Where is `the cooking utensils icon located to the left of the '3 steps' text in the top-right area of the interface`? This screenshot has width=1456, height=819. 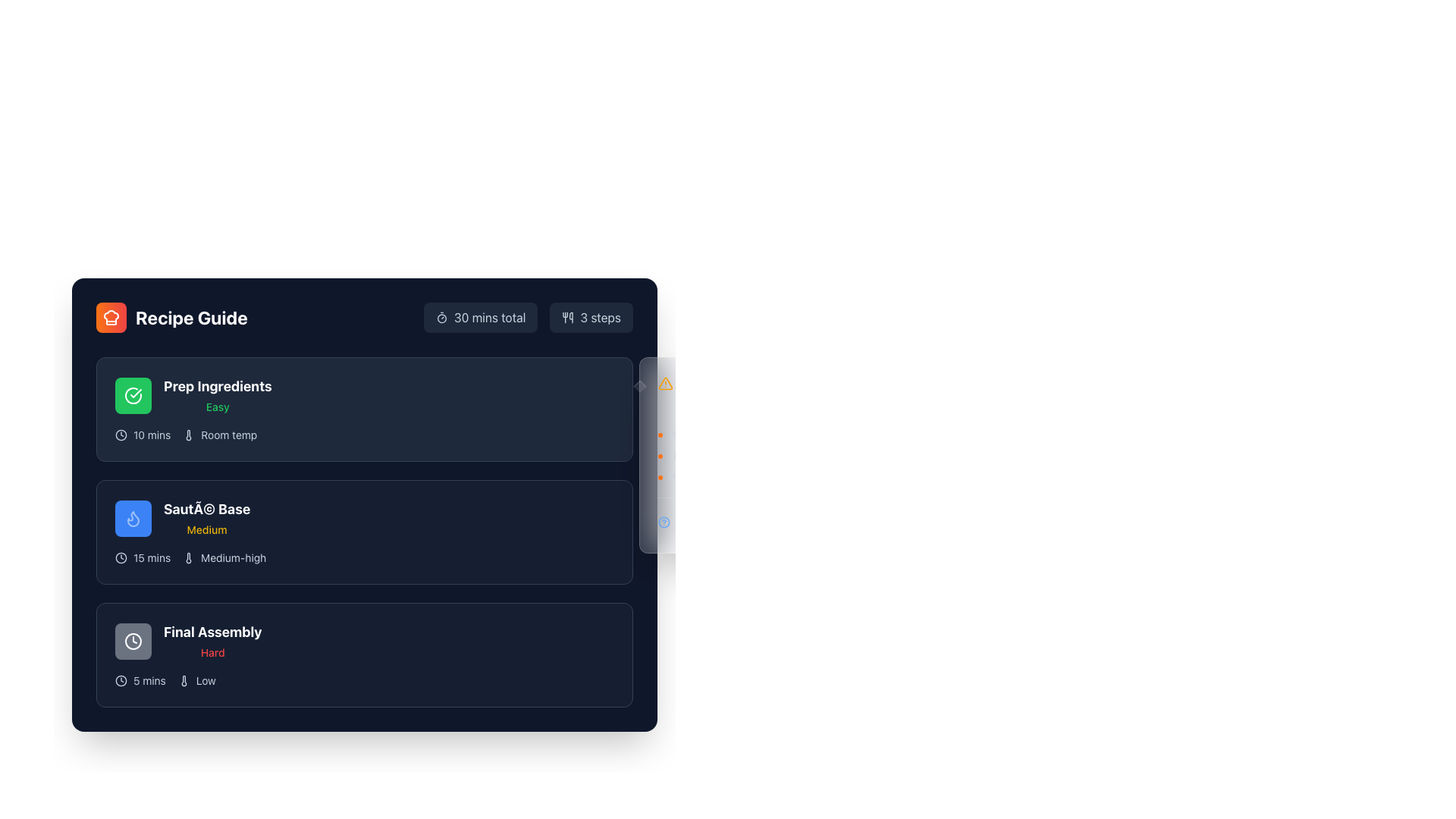 the cooking utensils icon located to the left of the '3 steps' text in the top-right area of the interface is located at coordinates (567, 317).